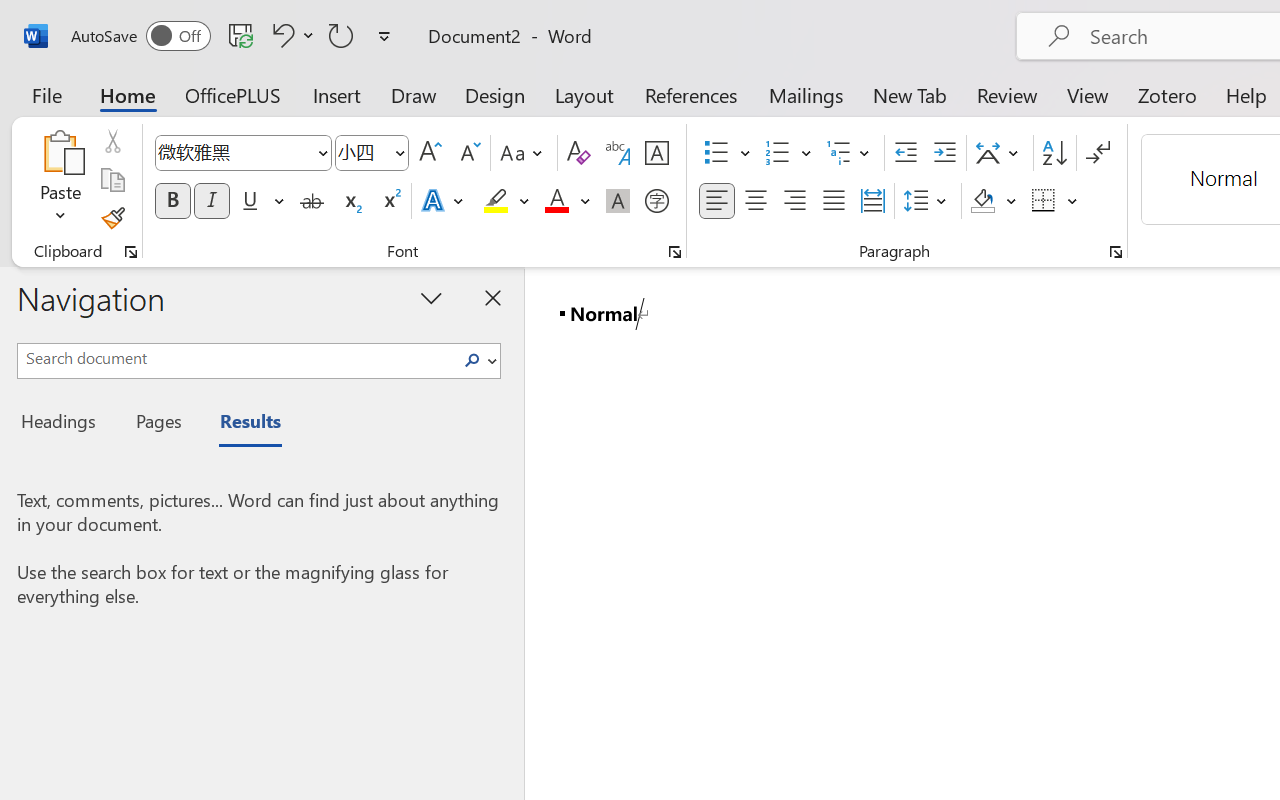  I want to click on 'Multilevel List', so click(850, 153).